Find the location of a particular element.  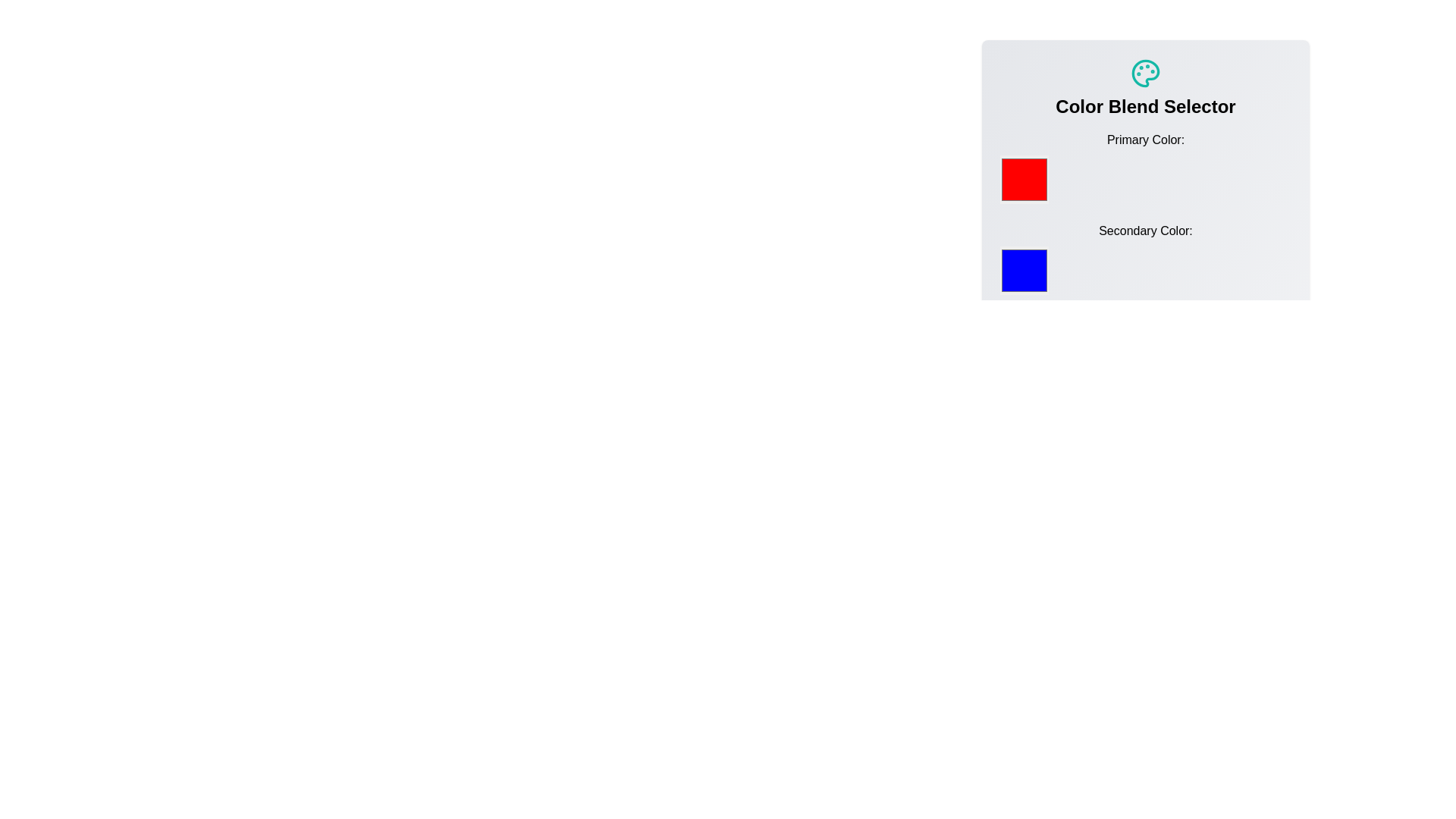

the Text label indicating the purpose of the adjacent color input square button, which is to select the primary color is located at coordinates (1146, 140).